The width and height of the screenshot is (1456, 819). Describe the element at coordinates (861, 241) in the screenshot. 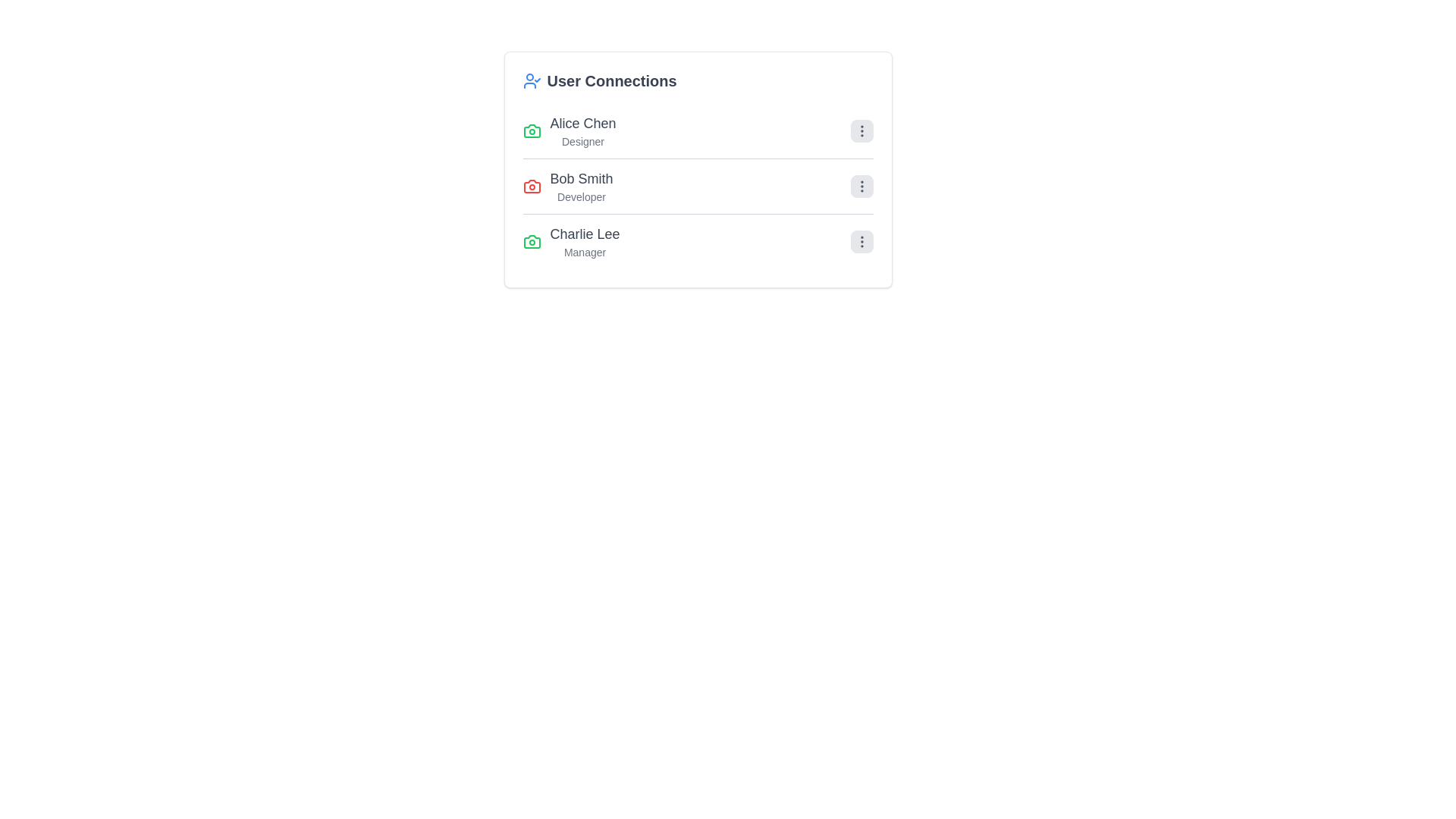

I see `the button located to the right of the name 'Charlie Lee' and the title 'Manager'` at that location.